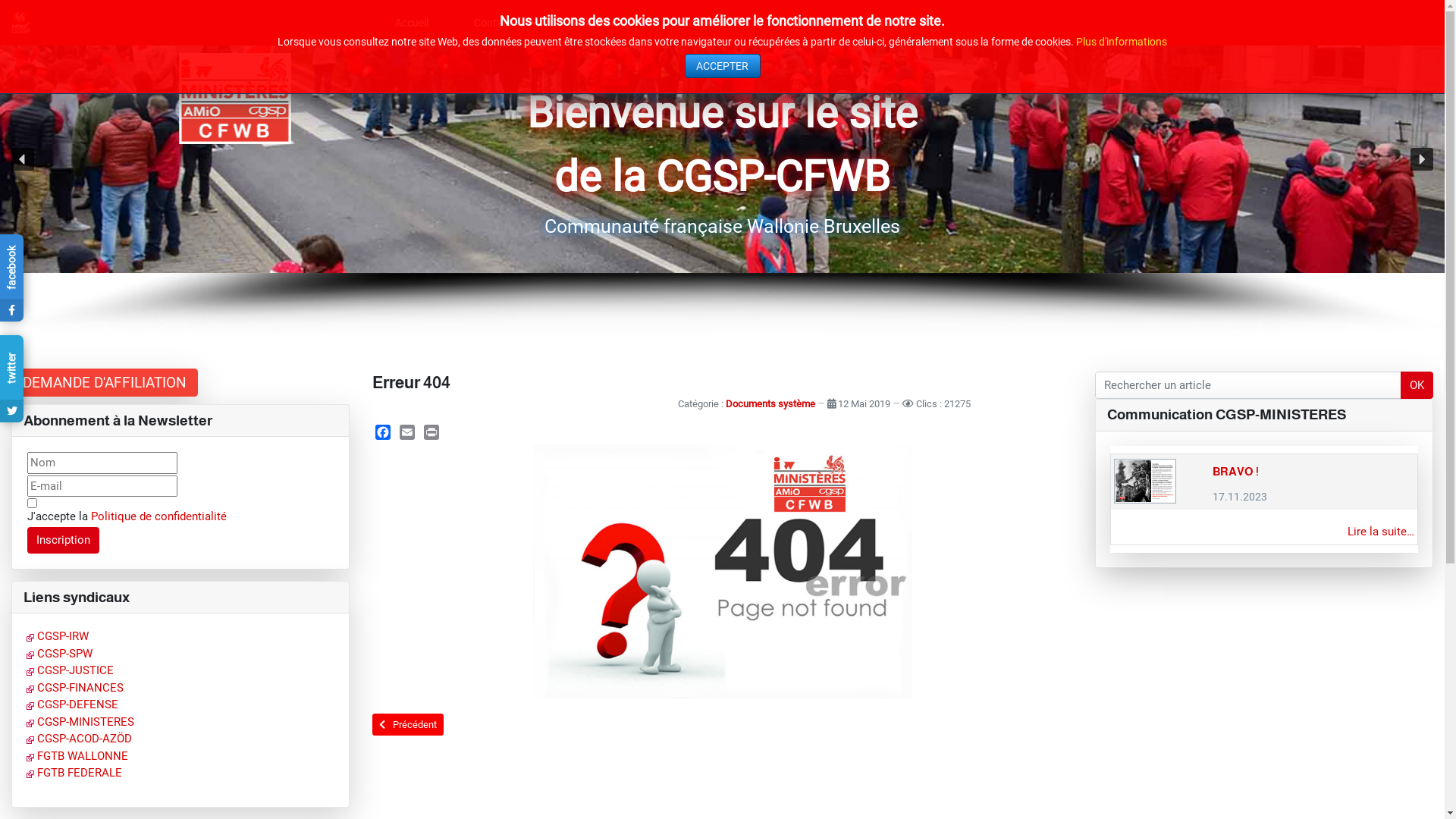 This screenshot has height=819, width=1456. What do you see at coordinates (548, 23) in the screenshot?
I see `'Affiliation'` at bounding box center [548, 23].